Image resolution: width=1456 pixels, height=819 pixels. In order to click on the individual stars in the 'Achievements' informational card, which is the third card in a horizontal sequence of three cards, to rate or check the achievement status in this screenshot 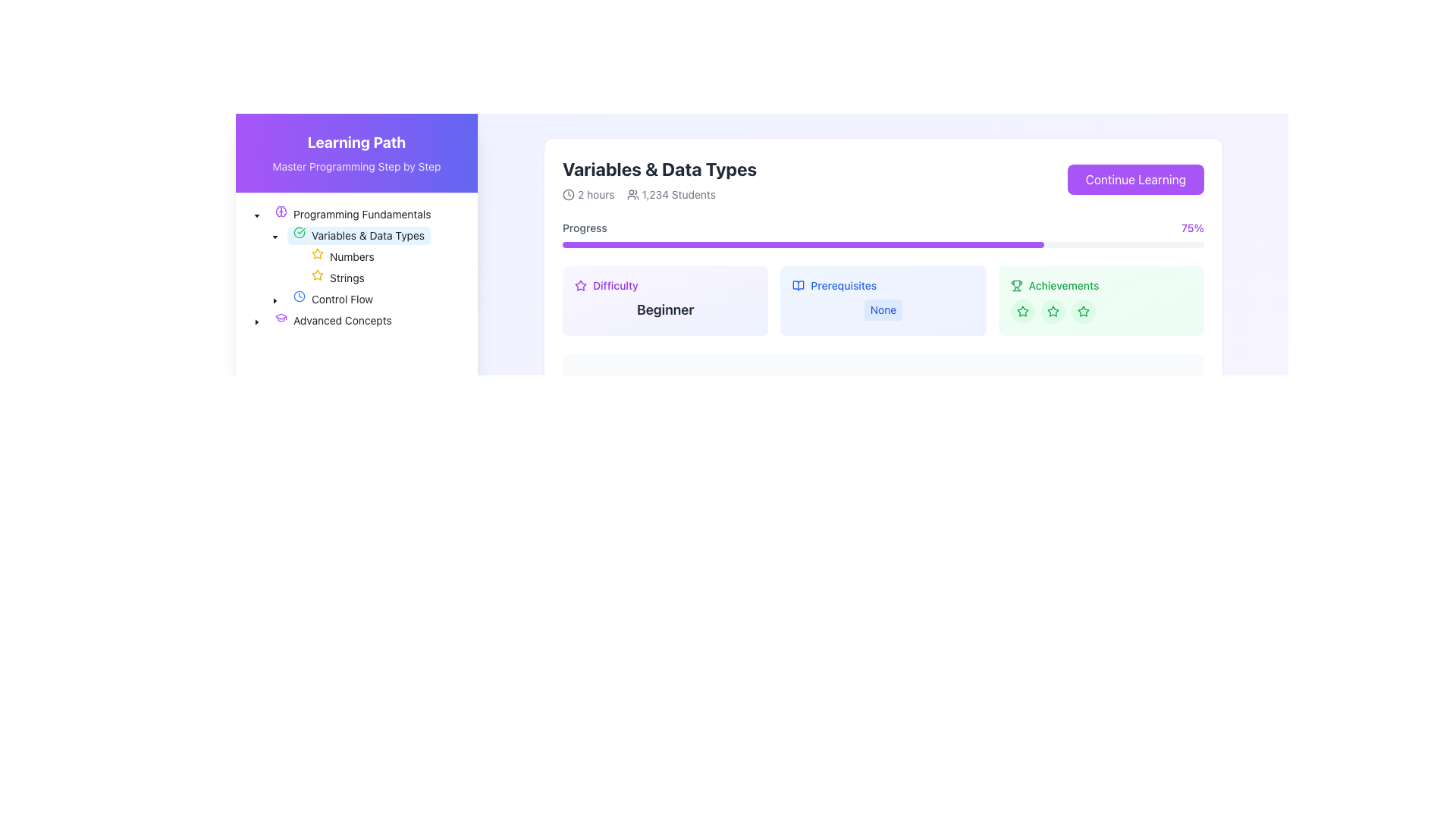, I will do `click(1101, 301)`.